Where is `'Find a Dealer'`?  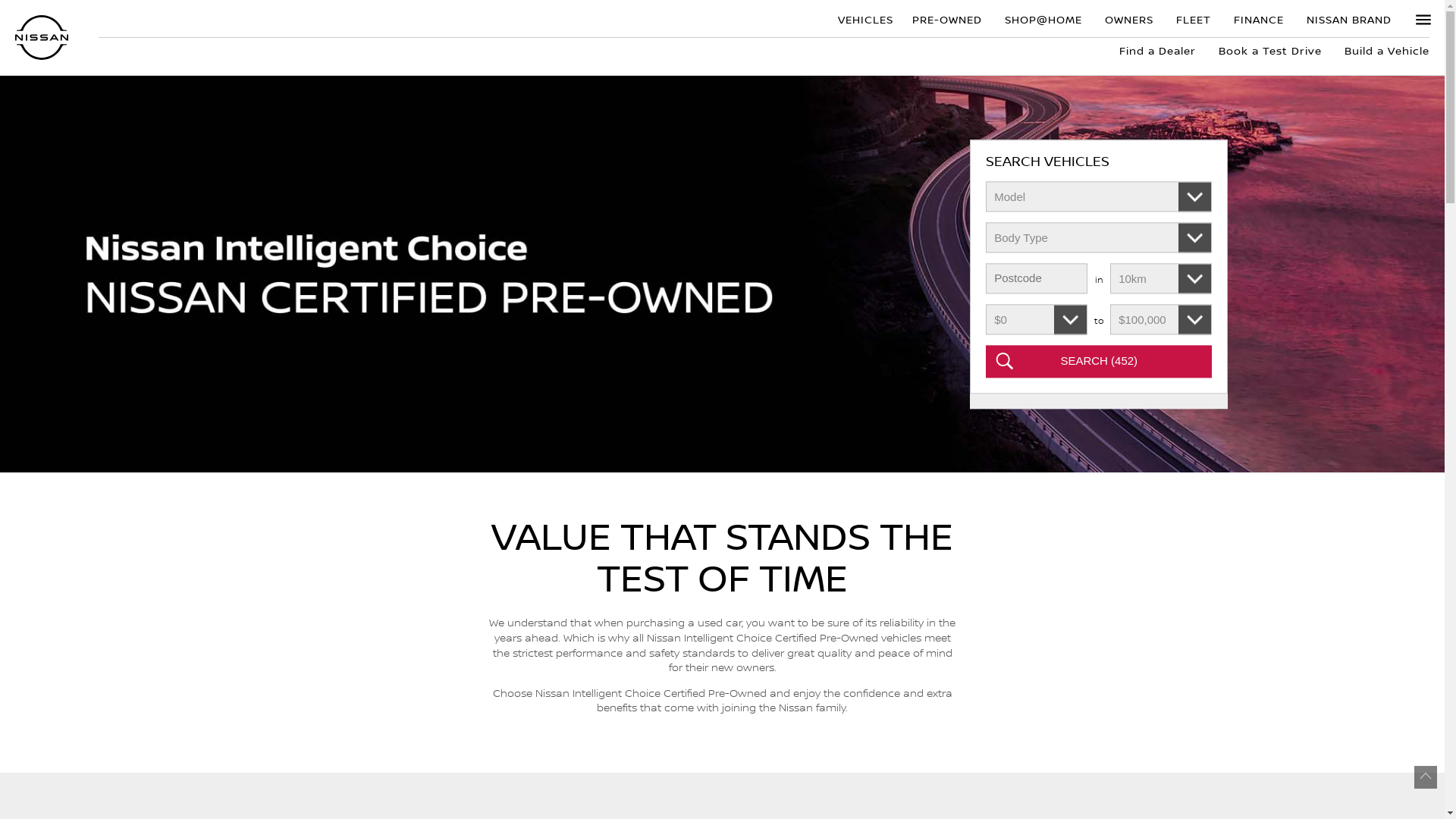 'Find a Dealer' is located at coordinates (1156, 49).